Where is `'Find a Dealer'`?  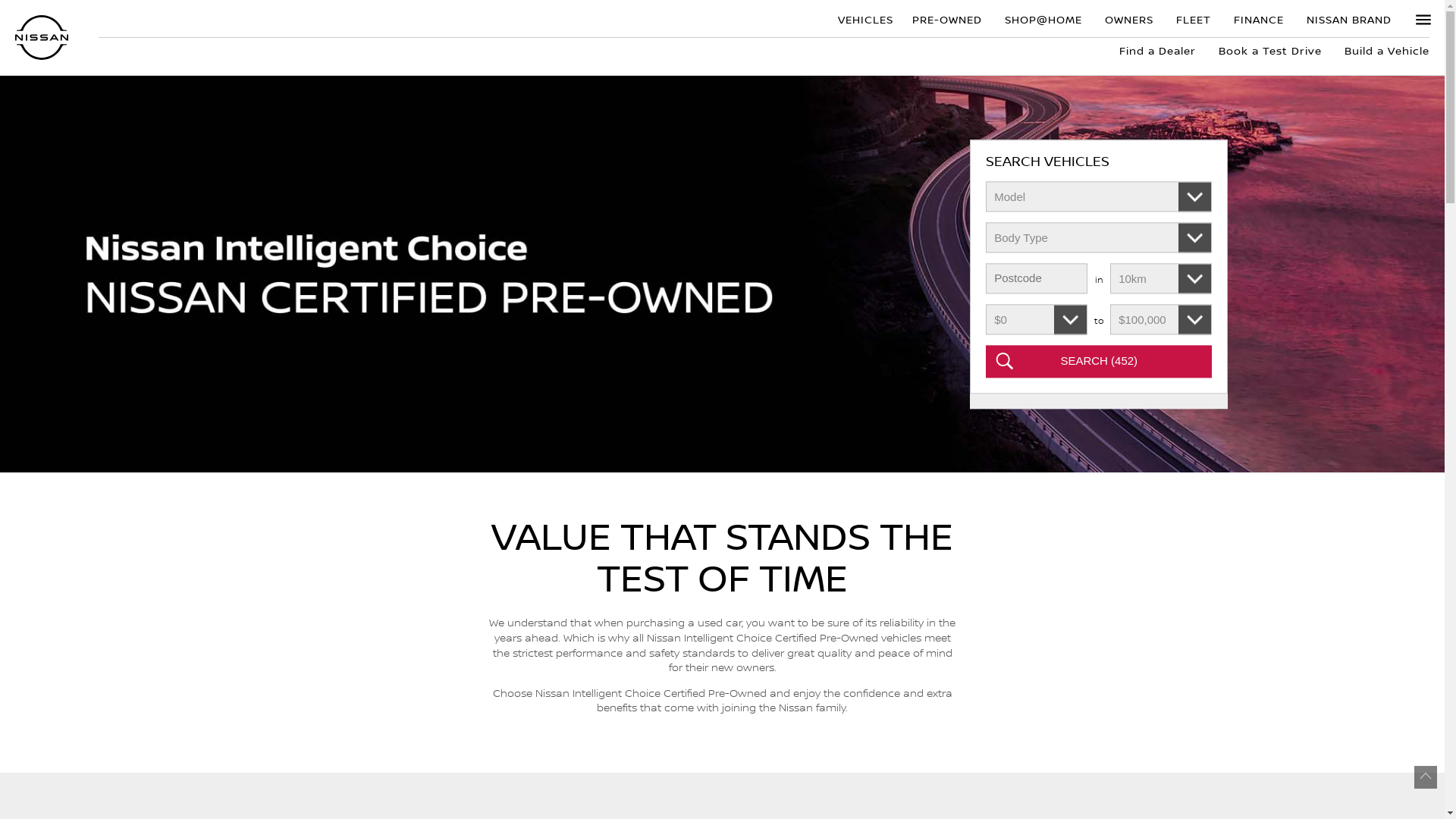 'Find a Dealer' is located at coordinates (1156, 49).